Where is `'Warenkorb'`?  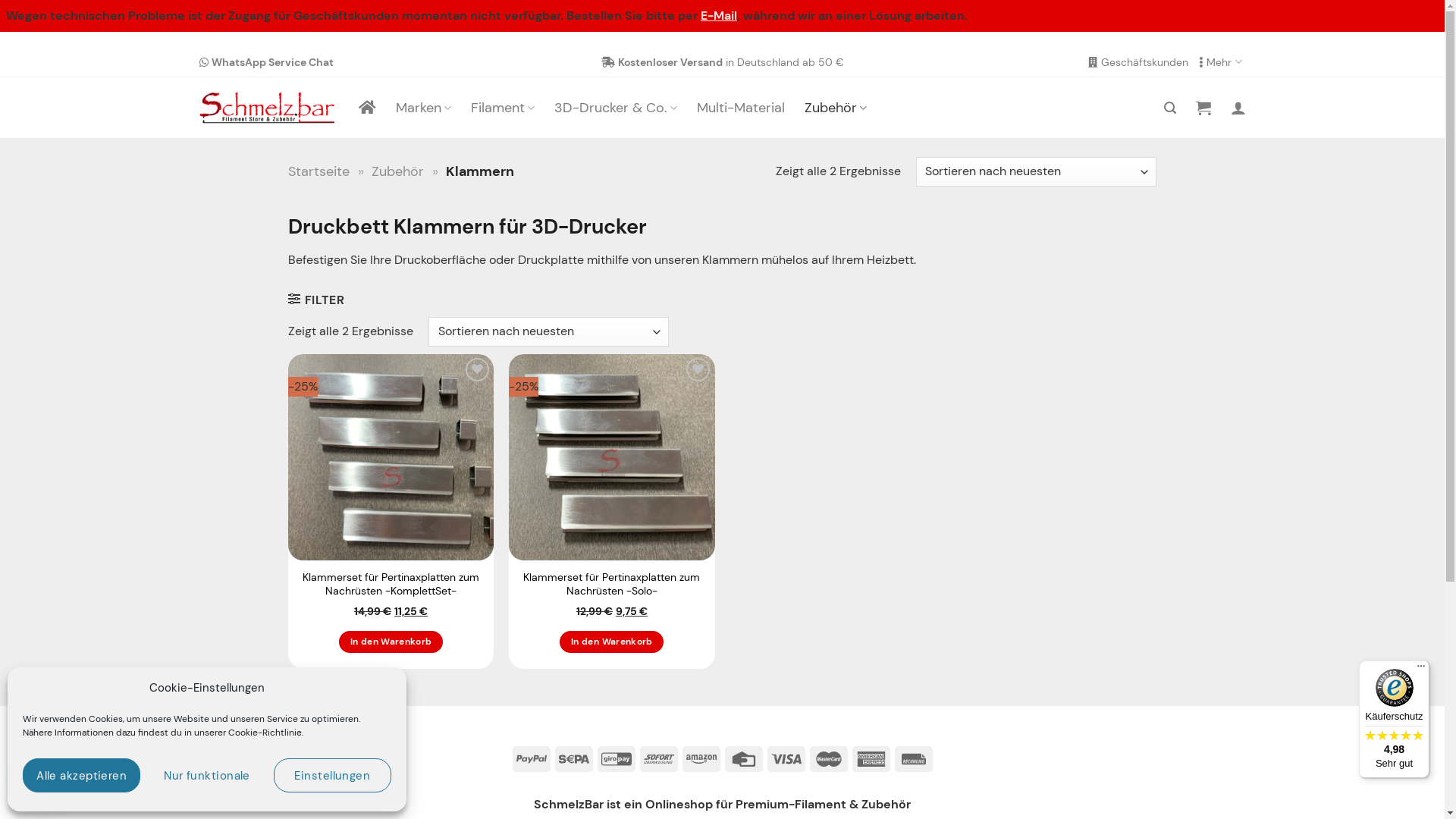 'Warenkorb' is located at coordinates (1201, 107).